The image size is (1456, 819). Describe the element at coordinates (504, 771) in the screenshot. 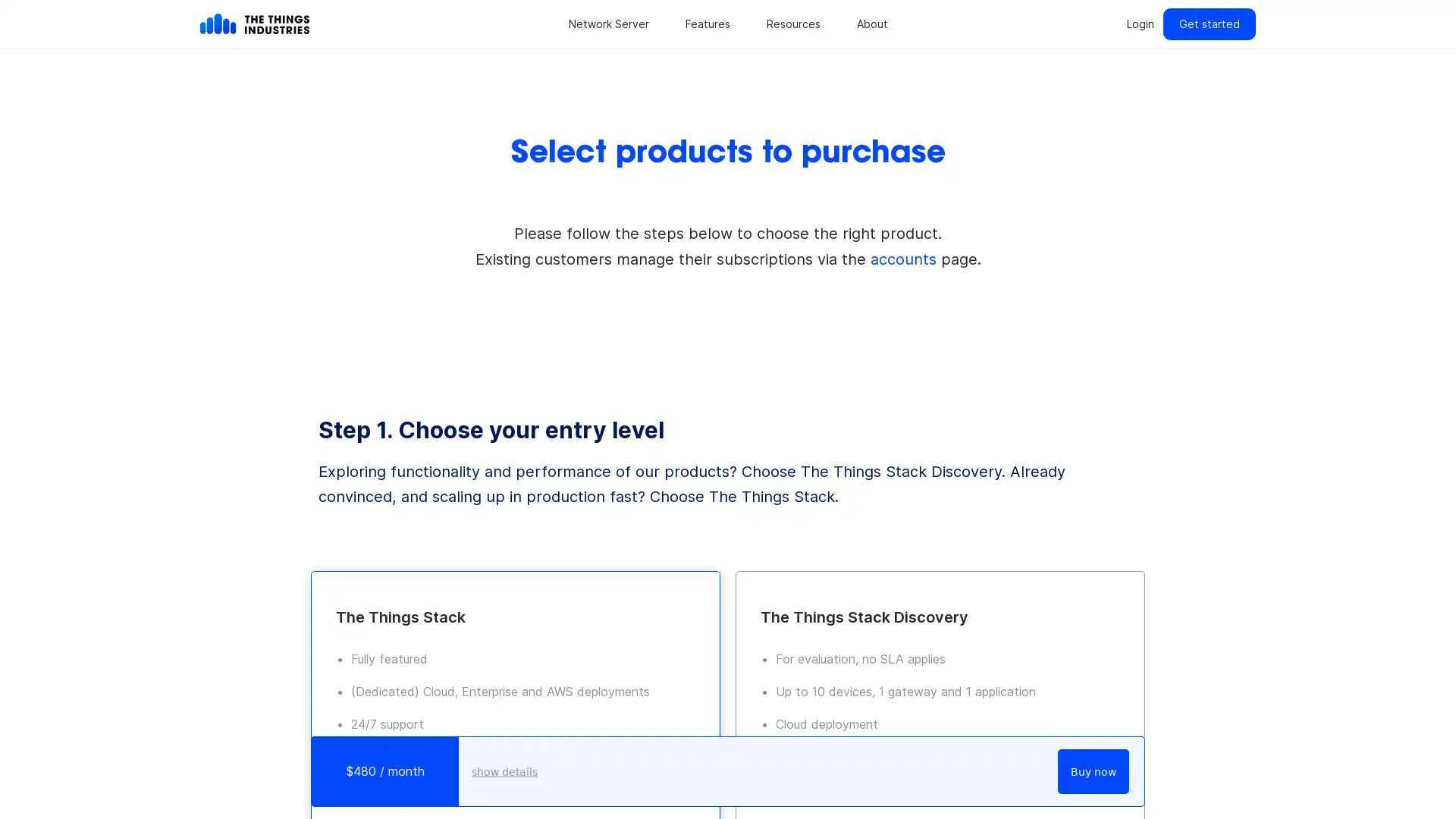

I see `show details` at that location.